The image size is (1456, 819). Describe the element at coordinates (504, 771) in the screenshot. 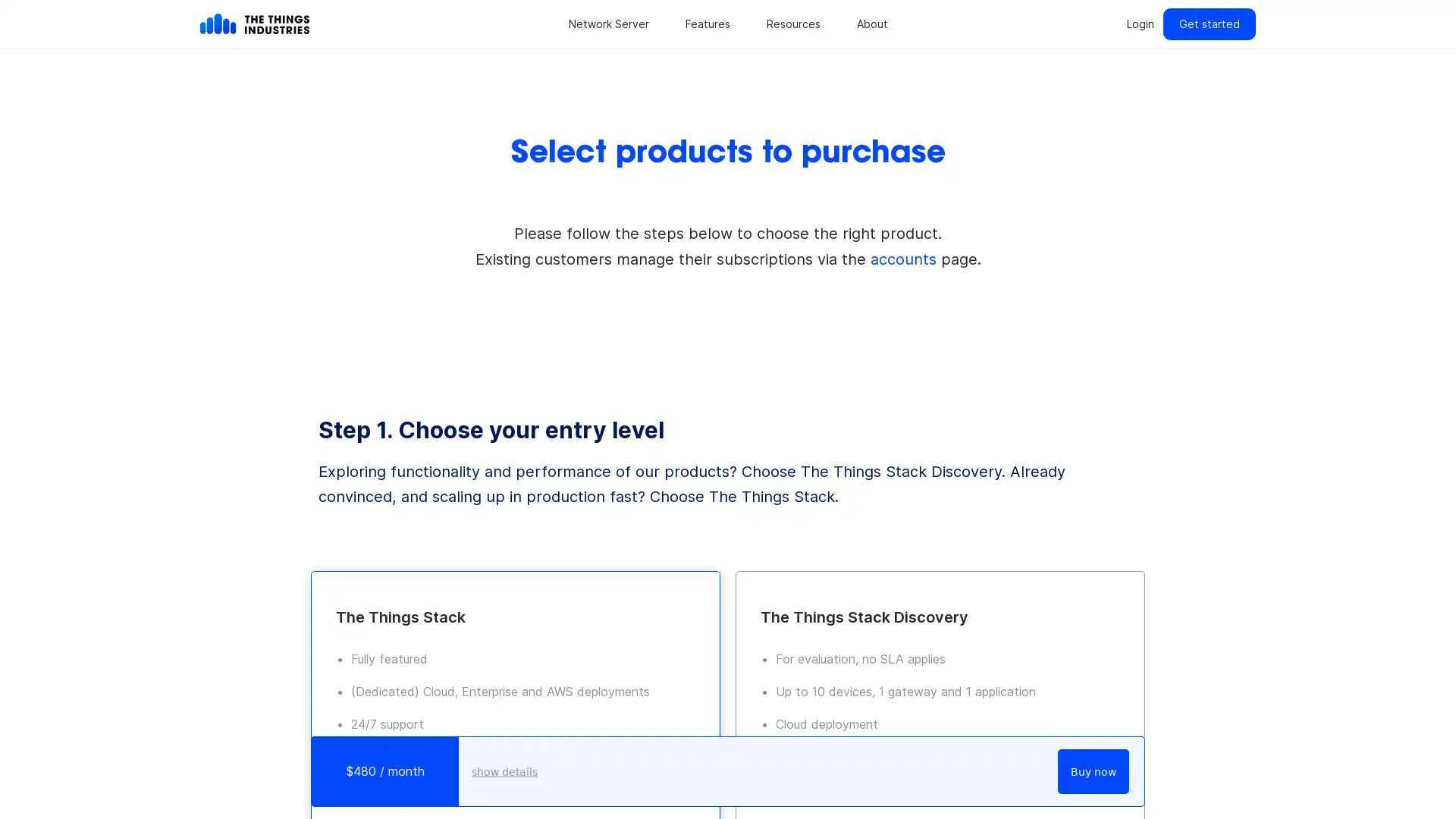

I see `show details` at that location.